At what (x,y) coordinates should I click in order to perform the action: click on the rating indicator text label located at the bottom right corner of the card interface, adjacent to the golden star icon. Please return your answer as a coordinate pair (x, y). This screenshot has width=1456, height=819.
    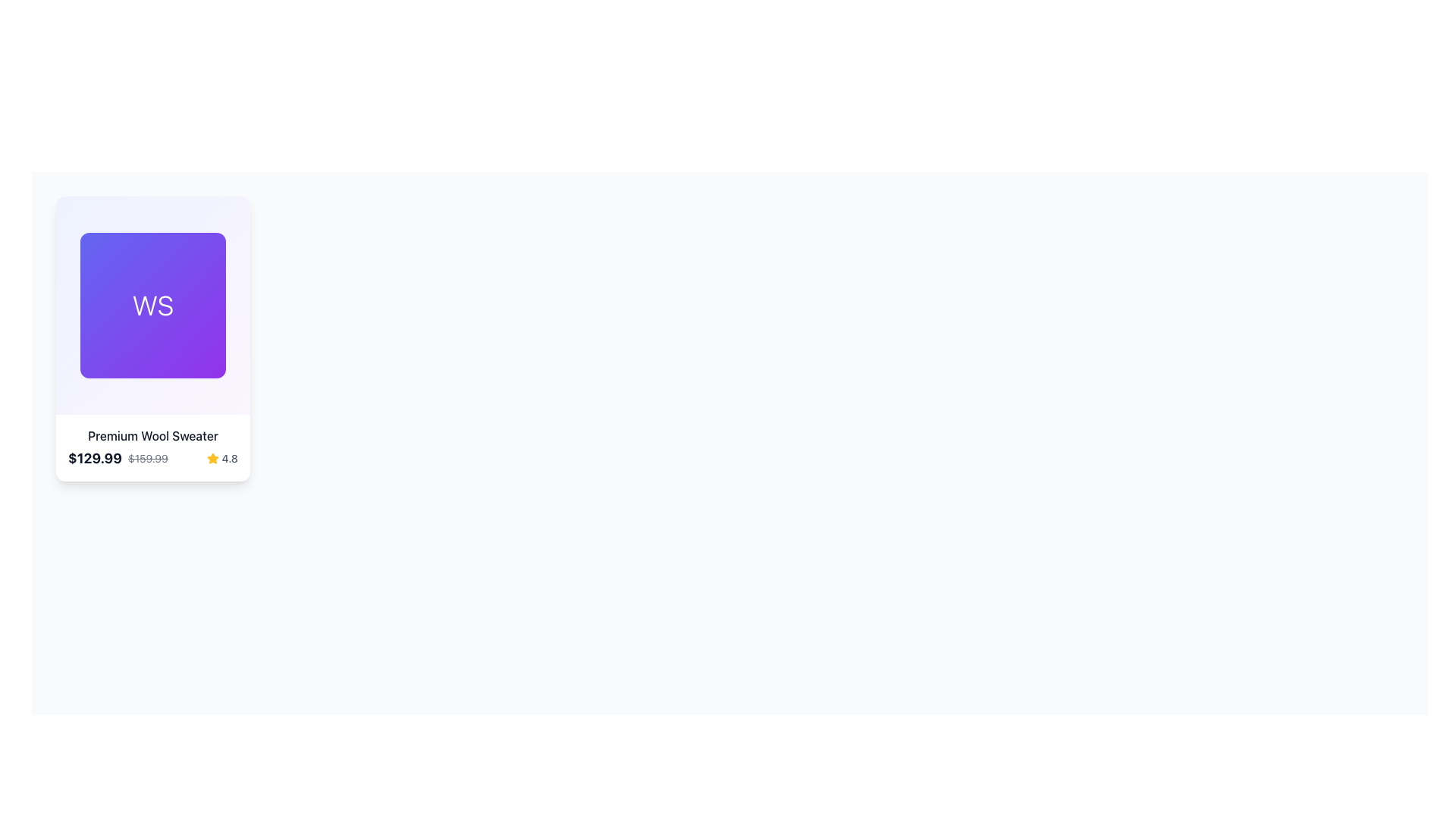
    Looking at the image, I should click on (229, 458).